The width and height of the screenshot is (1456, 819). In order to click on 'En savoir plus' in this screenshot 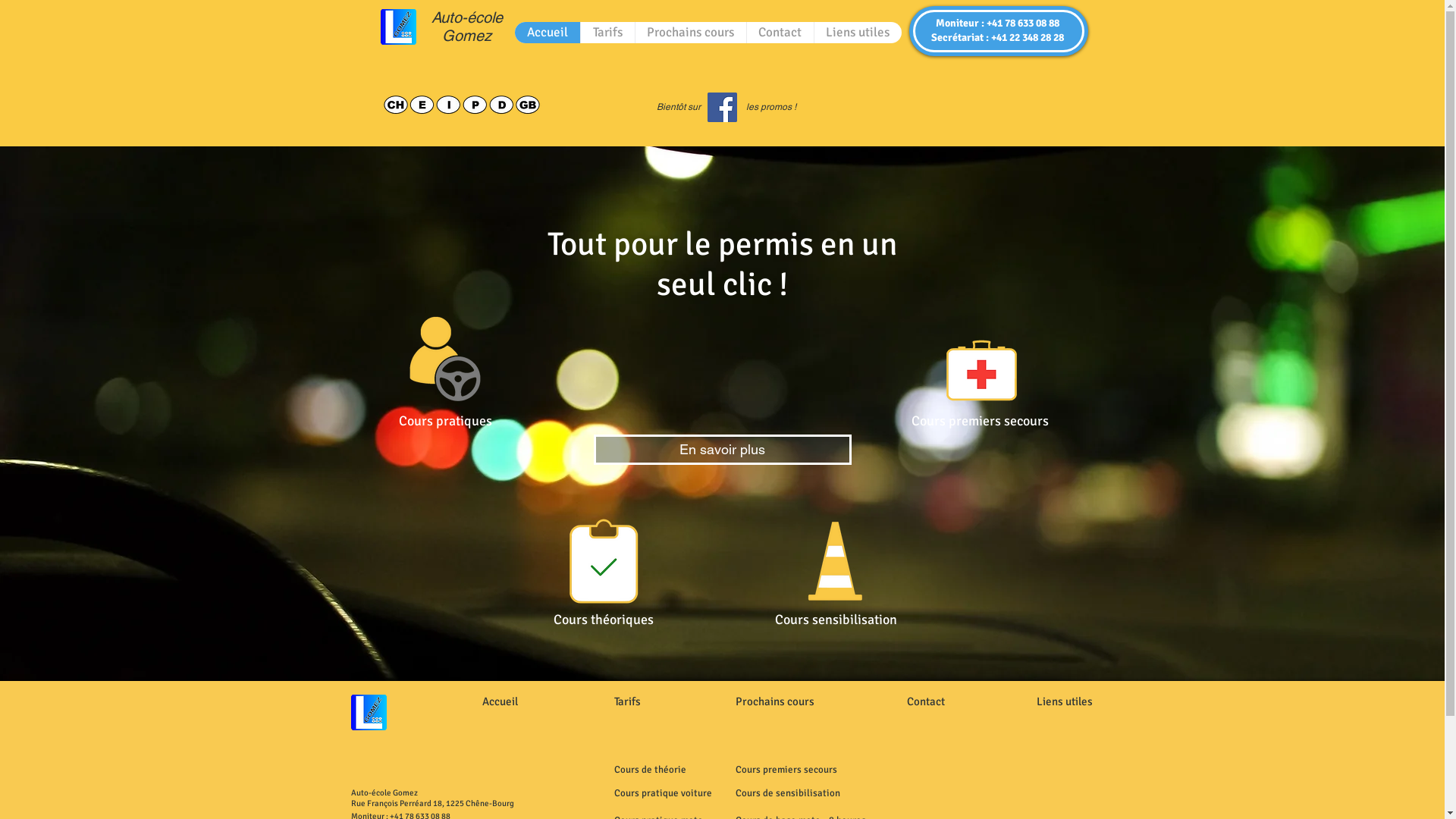, I will do `click(720, 449)`.